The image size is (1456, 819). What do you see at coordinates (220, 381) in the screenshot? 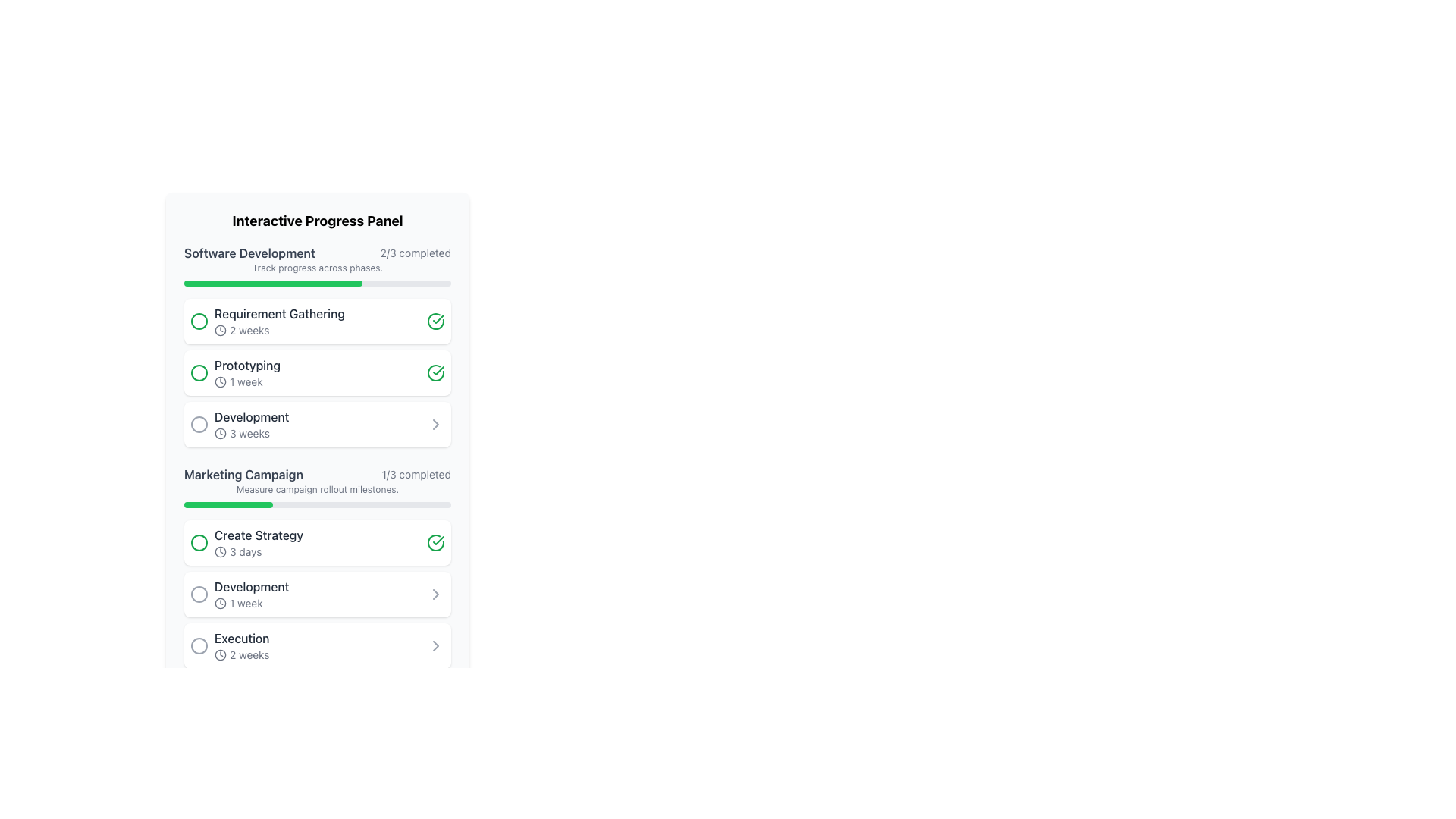
I see `the small clock icon, which is the leftmost element in the task labeled 'Prototyping' with a duration of '1 week'` at bounding box center [220, 381].